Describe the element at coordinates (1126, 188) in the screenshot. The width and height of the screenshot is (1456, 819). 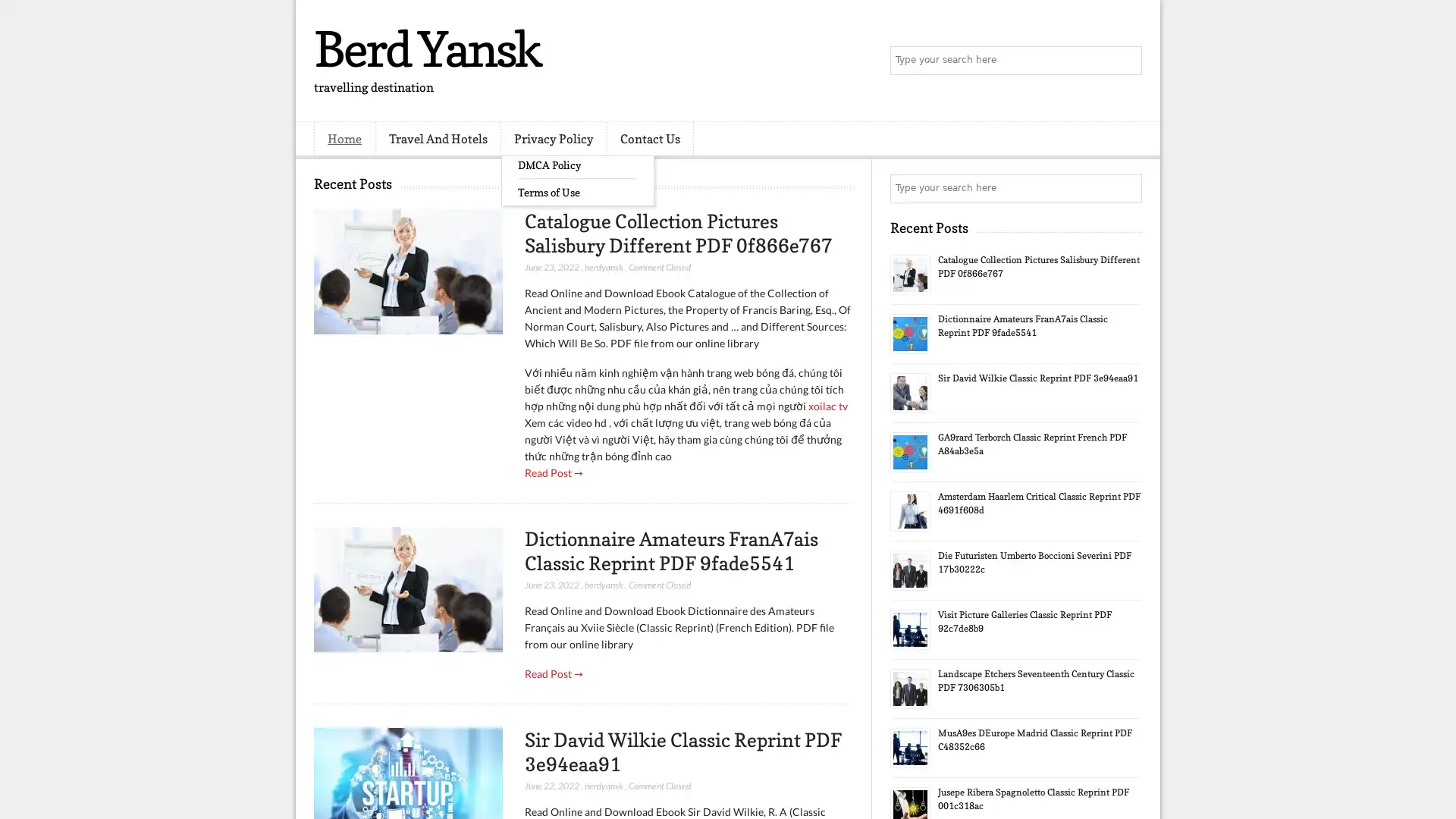
I see `Search` at that location.